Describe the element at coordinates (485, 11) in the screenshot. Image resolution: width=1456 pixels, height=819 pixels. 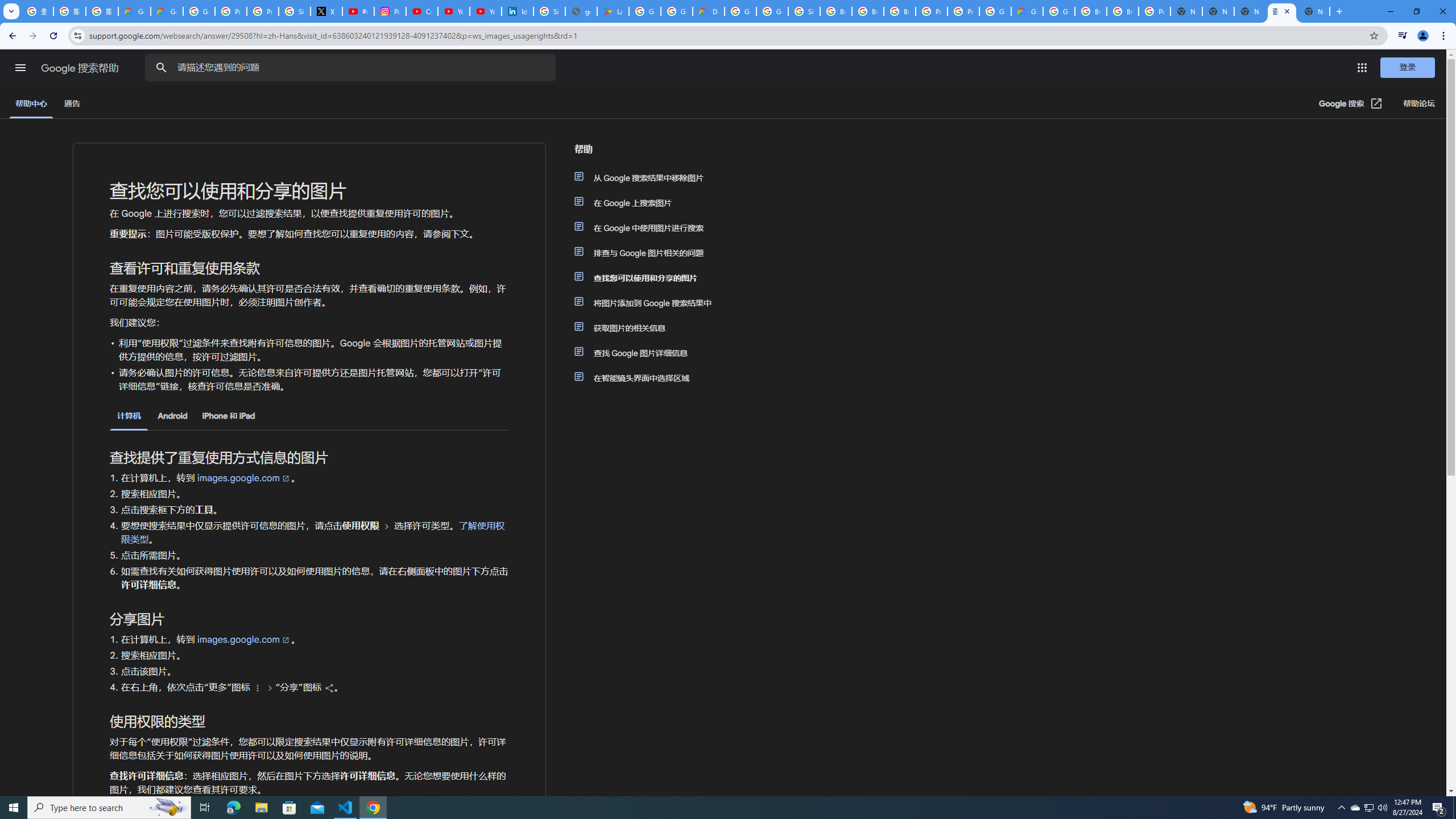
I see `'YouTube Culture & Trends - YouTube Top 10, 2021'` at that location.